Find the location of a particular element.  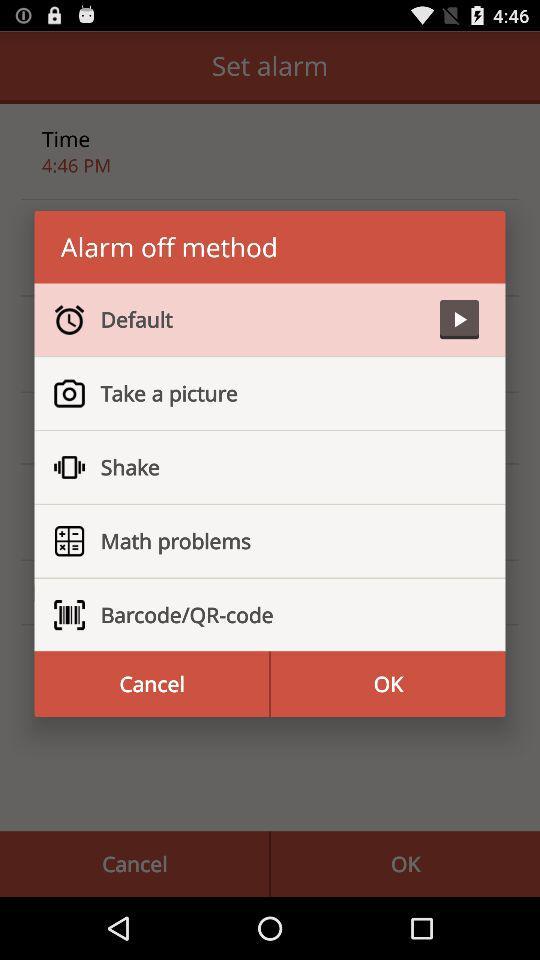

the shake app is located at coordinates (280, 467).